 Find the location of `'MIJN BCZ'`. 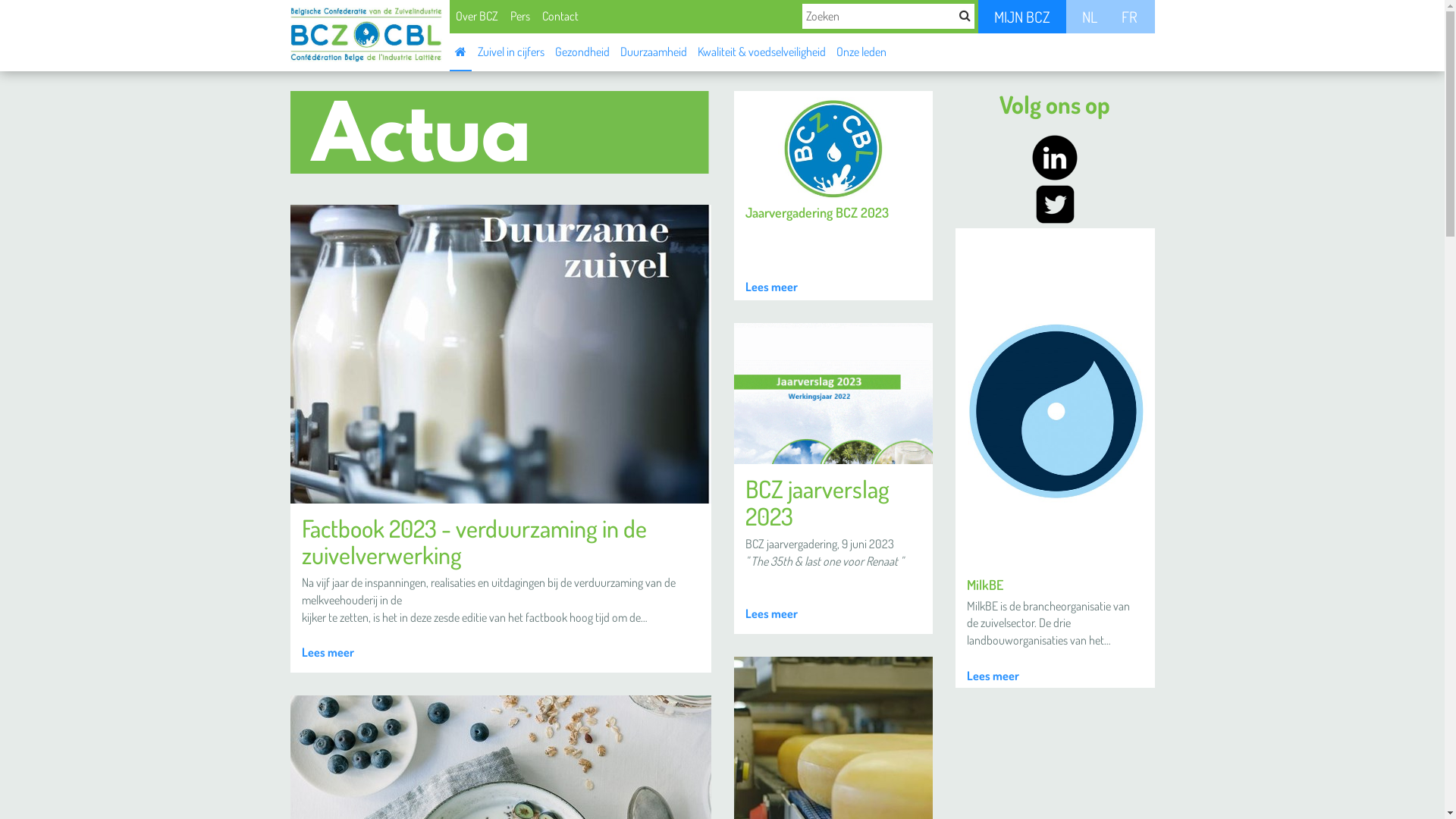

'MIJN BCZ' is located at coordinates (1022, 17).